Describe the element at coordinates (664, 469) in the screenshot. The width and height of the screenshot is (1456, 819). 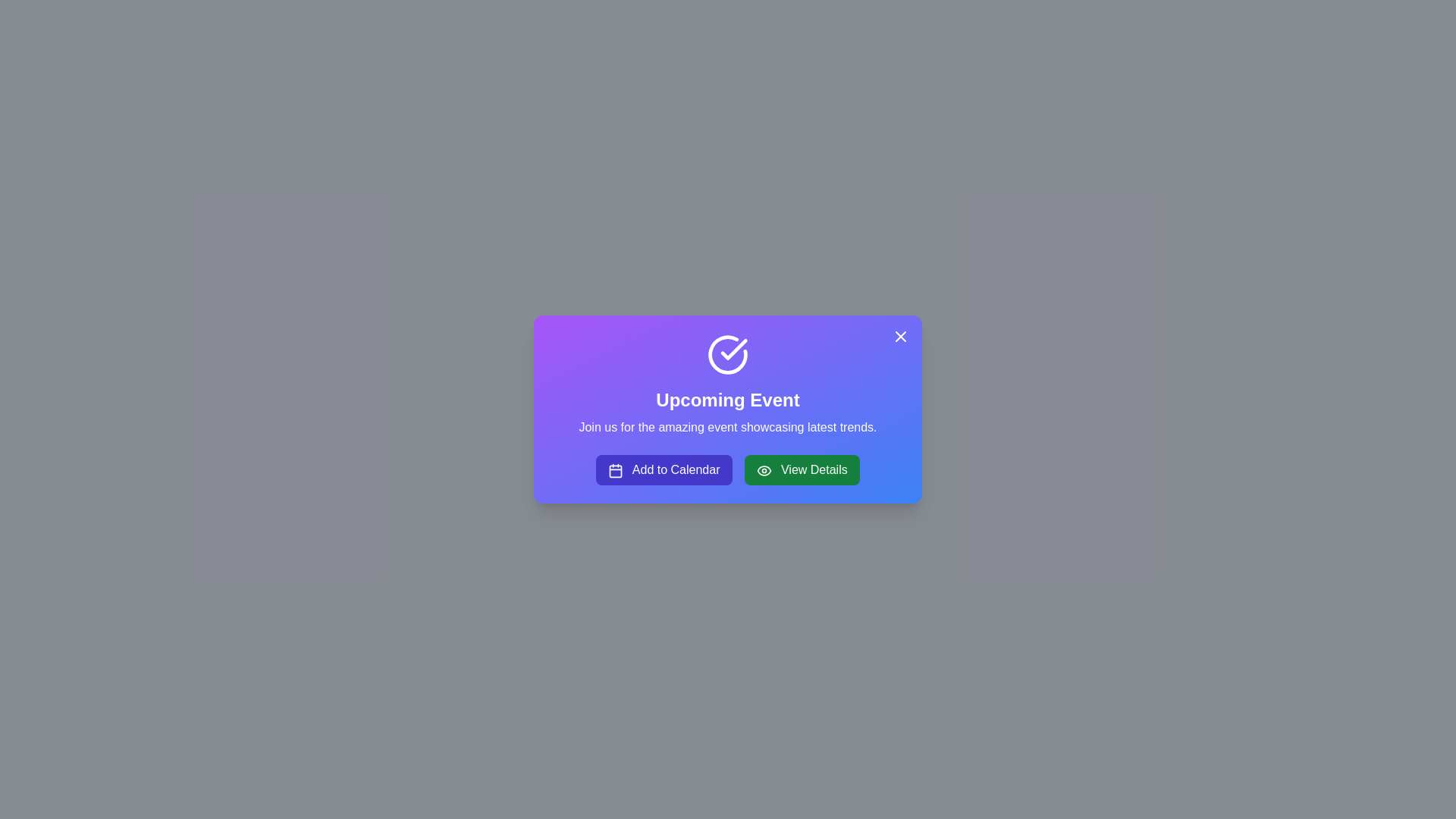
I see `'Add to Calendar' button to trigger its associated action` at that location.